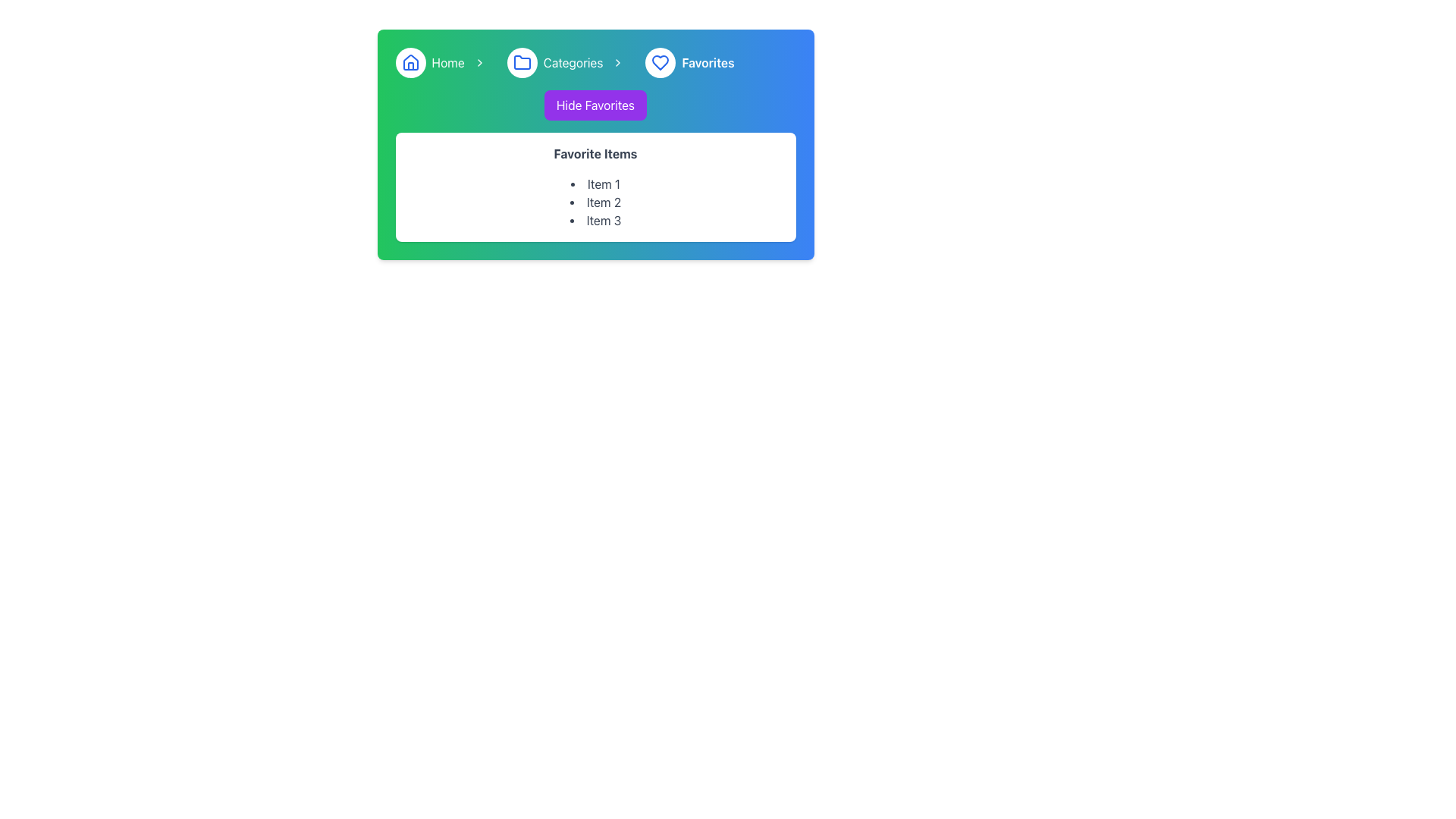 This screenshot has width=1456, height=819. Describe the element at coordinates (595, 104) in the screenshot. I see `the button that toggles the visibility of the 'Favorites' section` at that location.